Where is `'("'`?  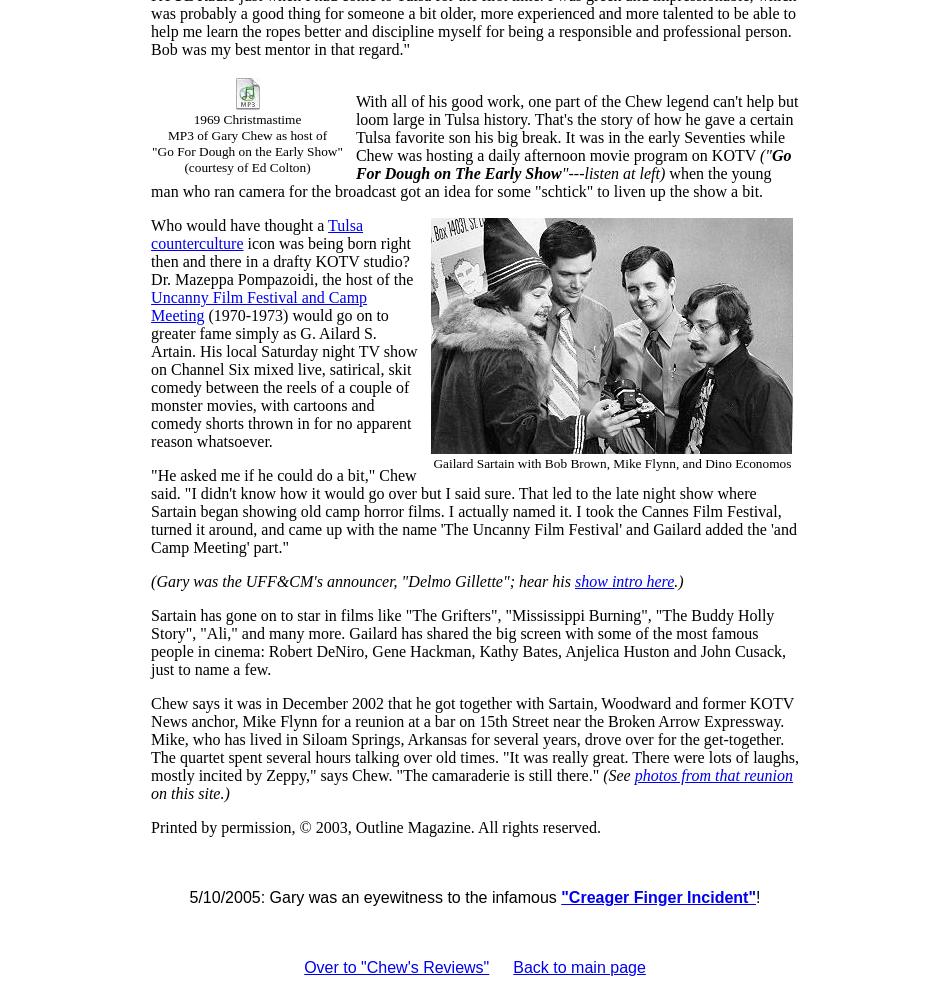
'("' is located at coordinates (764, 154).